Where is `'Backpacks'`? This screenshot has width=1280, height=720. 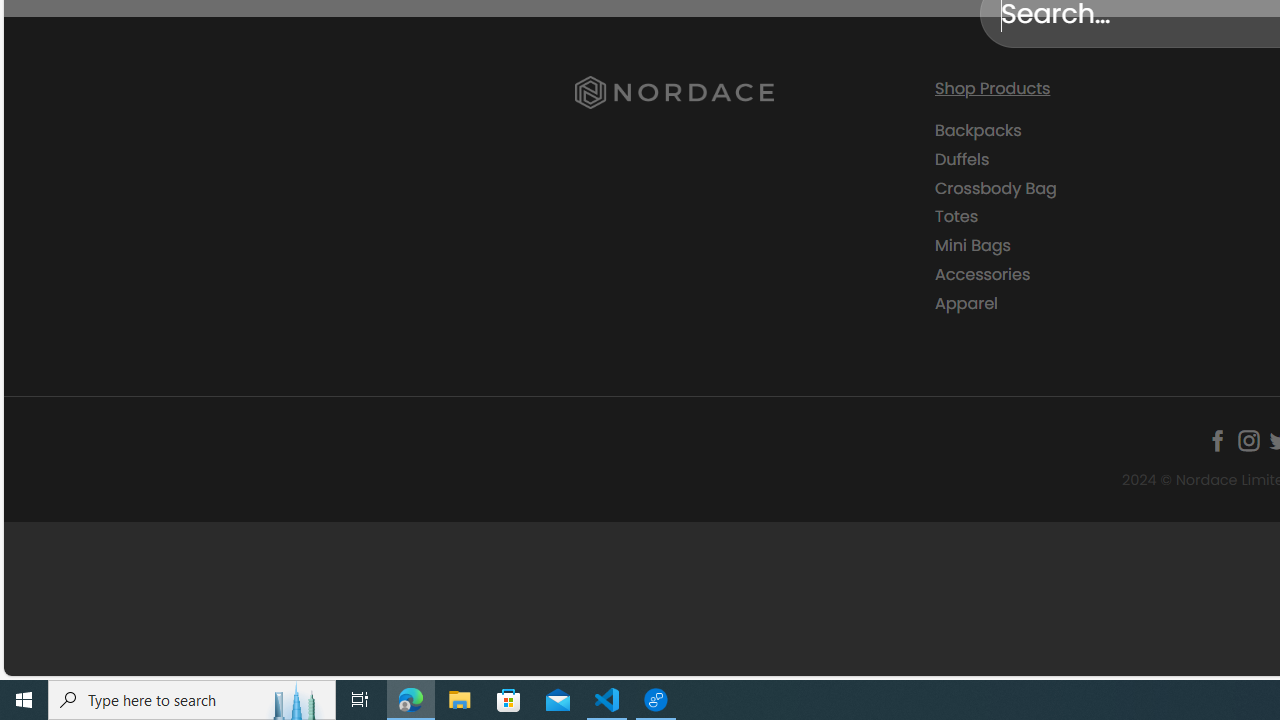
'Backpacks' is located at coordinates (1098, 131).